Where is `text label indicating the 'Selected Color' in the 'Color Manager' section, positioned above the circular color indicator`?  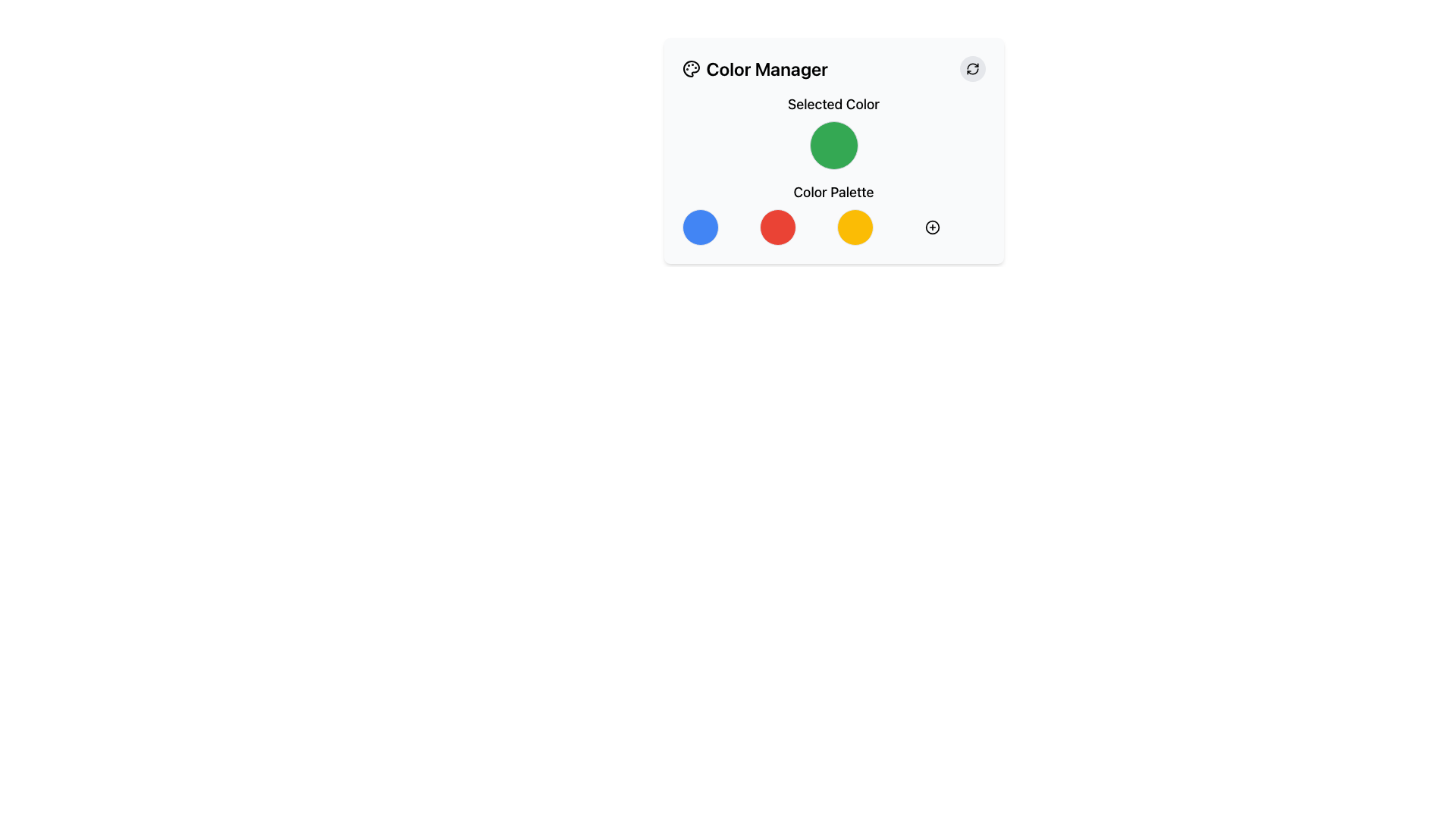
text label indicating the 'Selected Color' in the 'Color Manager' section, positioned above the circular color indicator is located at coordinates (833, 104).